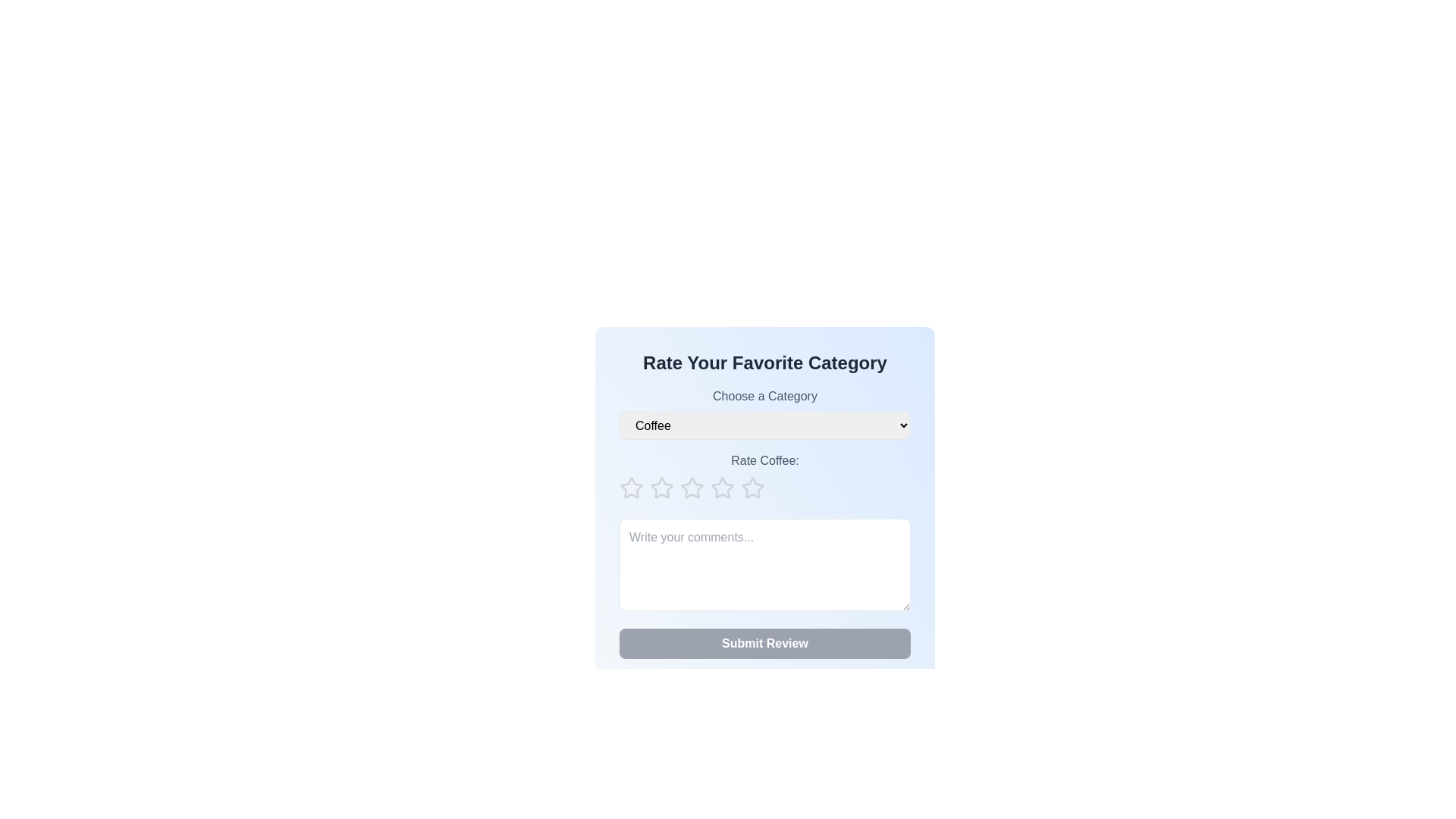 The height and width of the screenshot is (819, 1456). I want to click on the first star icon in the rating row, which is outlined in light gray and located below the 'Rate Coffee:' label, so click(632, 488).